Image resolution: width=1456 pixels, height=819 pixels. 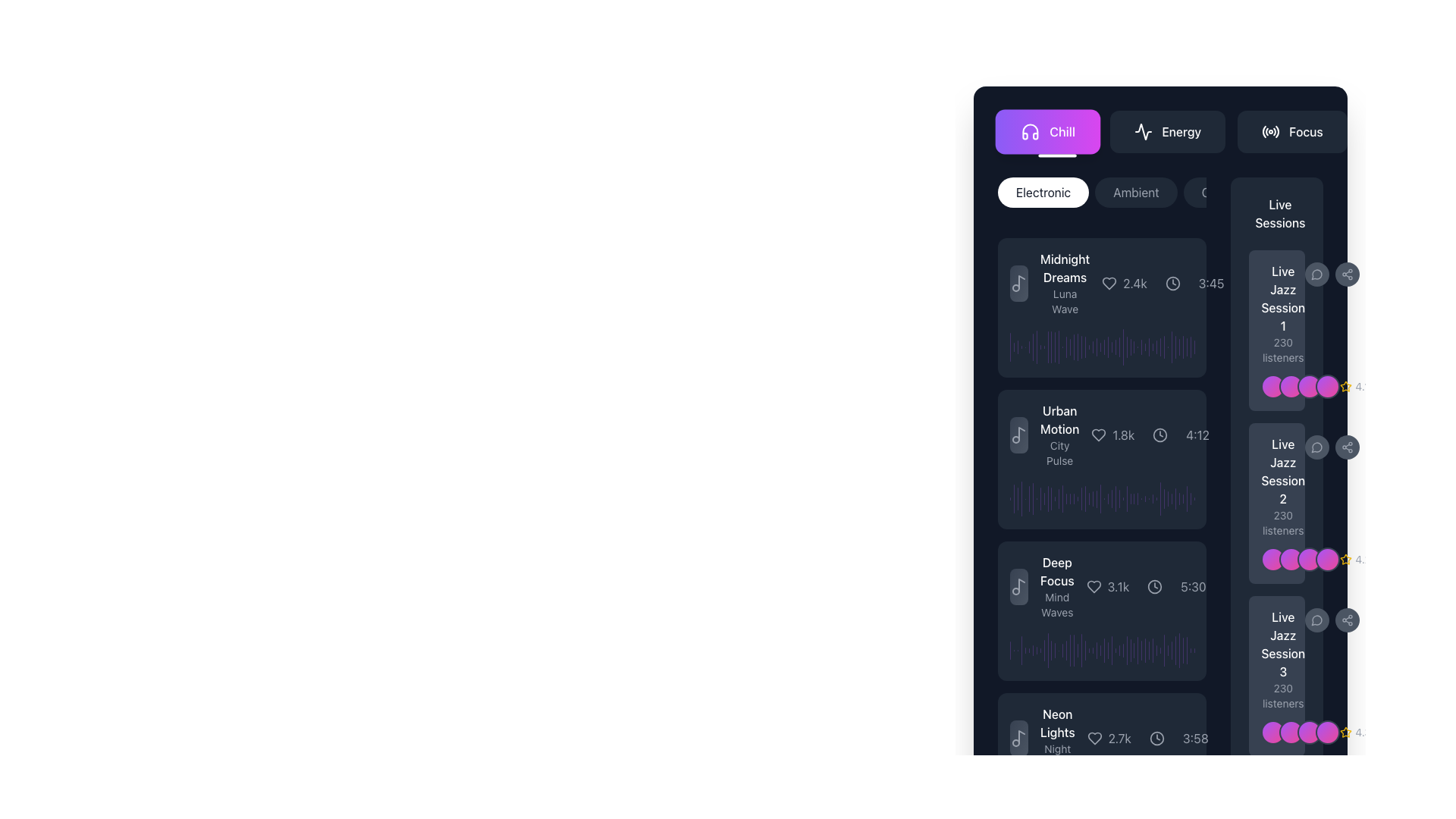 I want to click on informational text displaying the title and listener count for 'Live Jazz Session 2', which is located in the right column labeled 'Live Sessions', positioned between 'Live Jazz Session 1' and 'Live Jazz Session 3', so click(x=1282, y=486).